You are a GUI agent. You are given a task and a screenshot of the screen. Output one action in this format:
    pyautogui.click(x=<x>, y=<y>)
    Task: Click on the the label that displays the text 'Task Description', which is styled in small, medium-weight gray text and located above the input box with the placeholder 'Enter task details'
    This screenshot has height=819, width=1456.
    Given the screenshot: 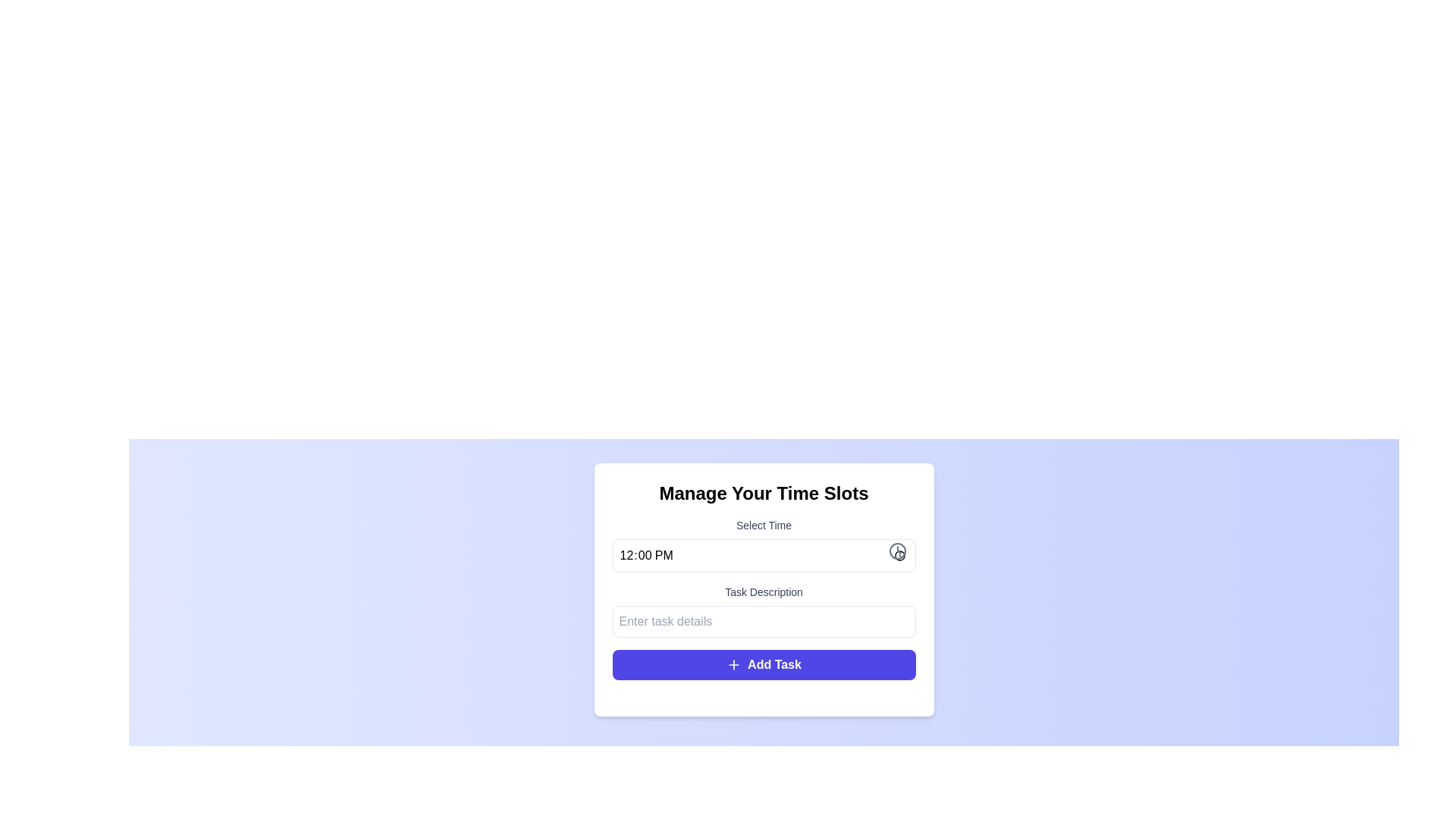 What is the action you would take?
    pyautogui.click(x=764, y=591)
    